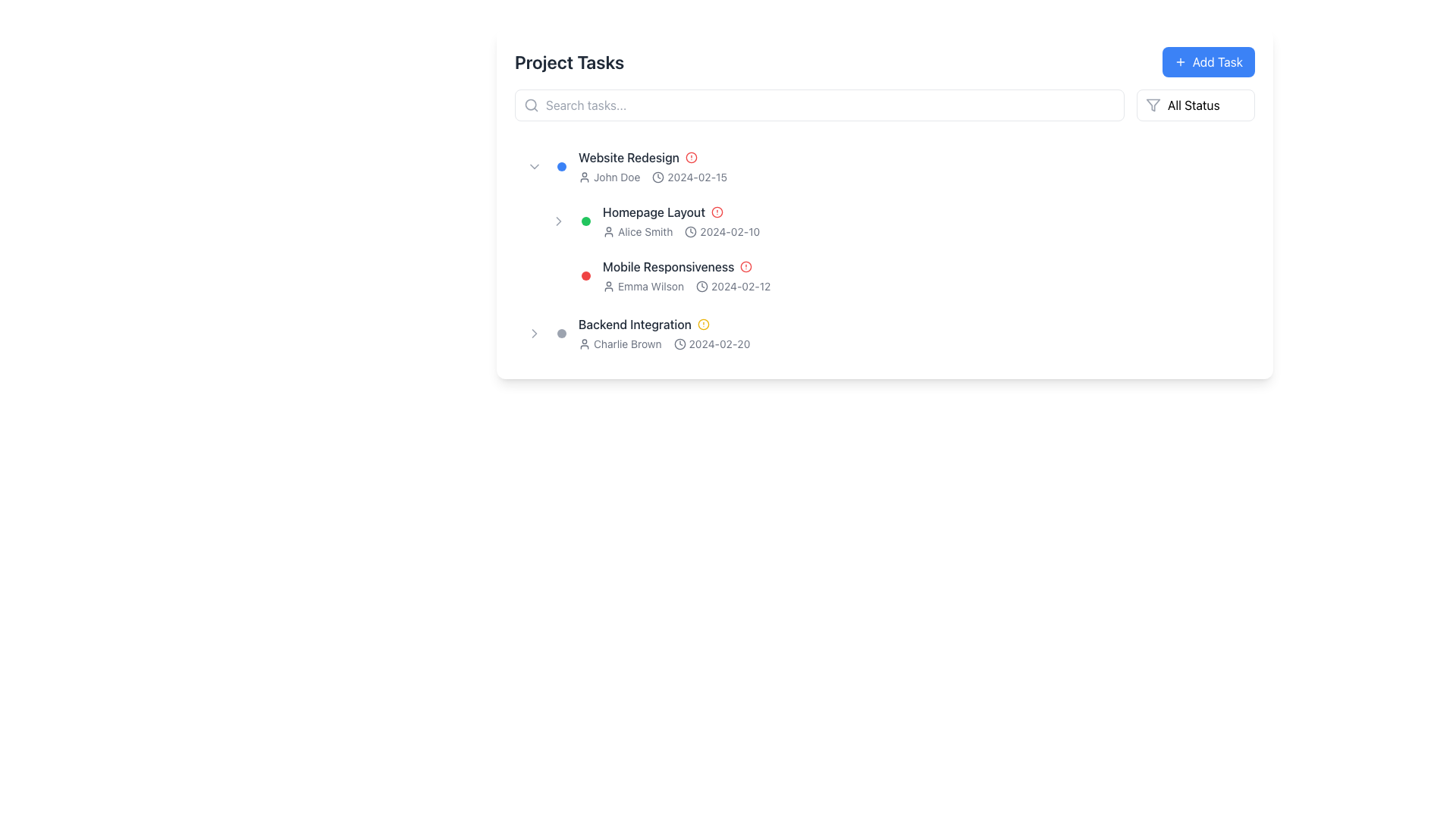 The image size is (1456, 819). What do you see at coordinates (741, 287) in the screenshot?
I see `date displayed in the Text element related to the 'Mobile Responsiveness' task, which is positioned to the right of Emma Wilson's name and after a clock icon` at bounding box center [741, 287].